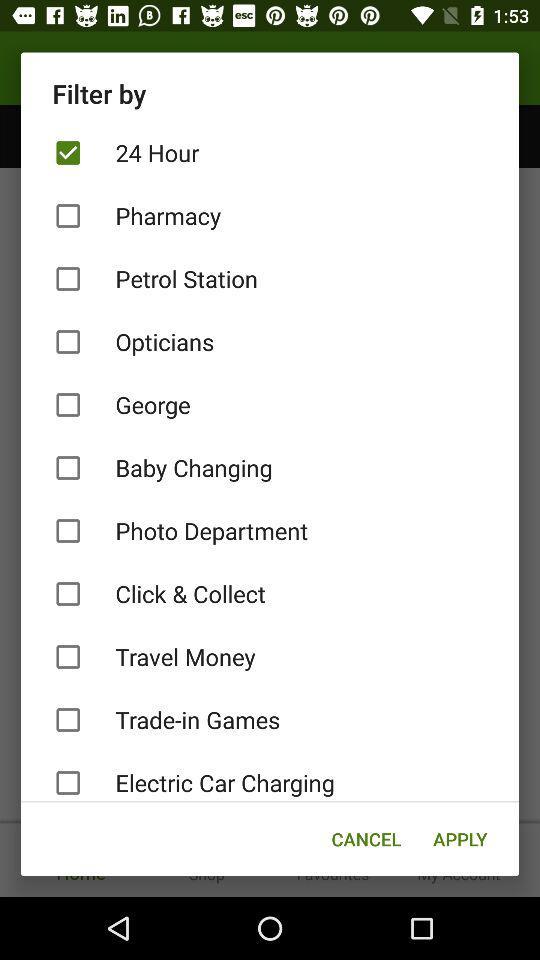 The height and width of the screenshot is (960, 540). I want to click on the icon below trade-in games icon, so click(270, 776).